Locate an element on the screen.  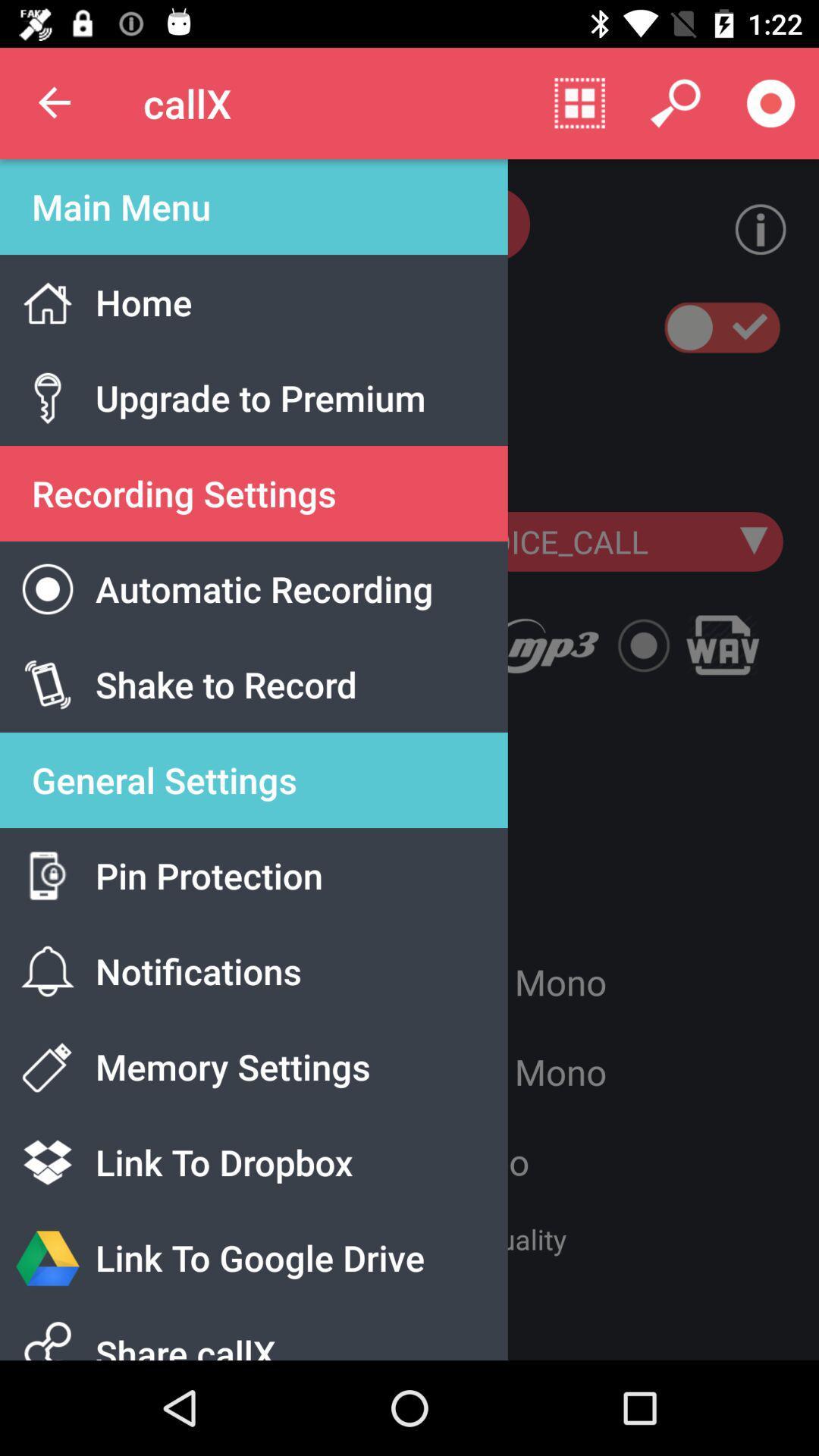
the info icon is located at coordinates (748, 228).